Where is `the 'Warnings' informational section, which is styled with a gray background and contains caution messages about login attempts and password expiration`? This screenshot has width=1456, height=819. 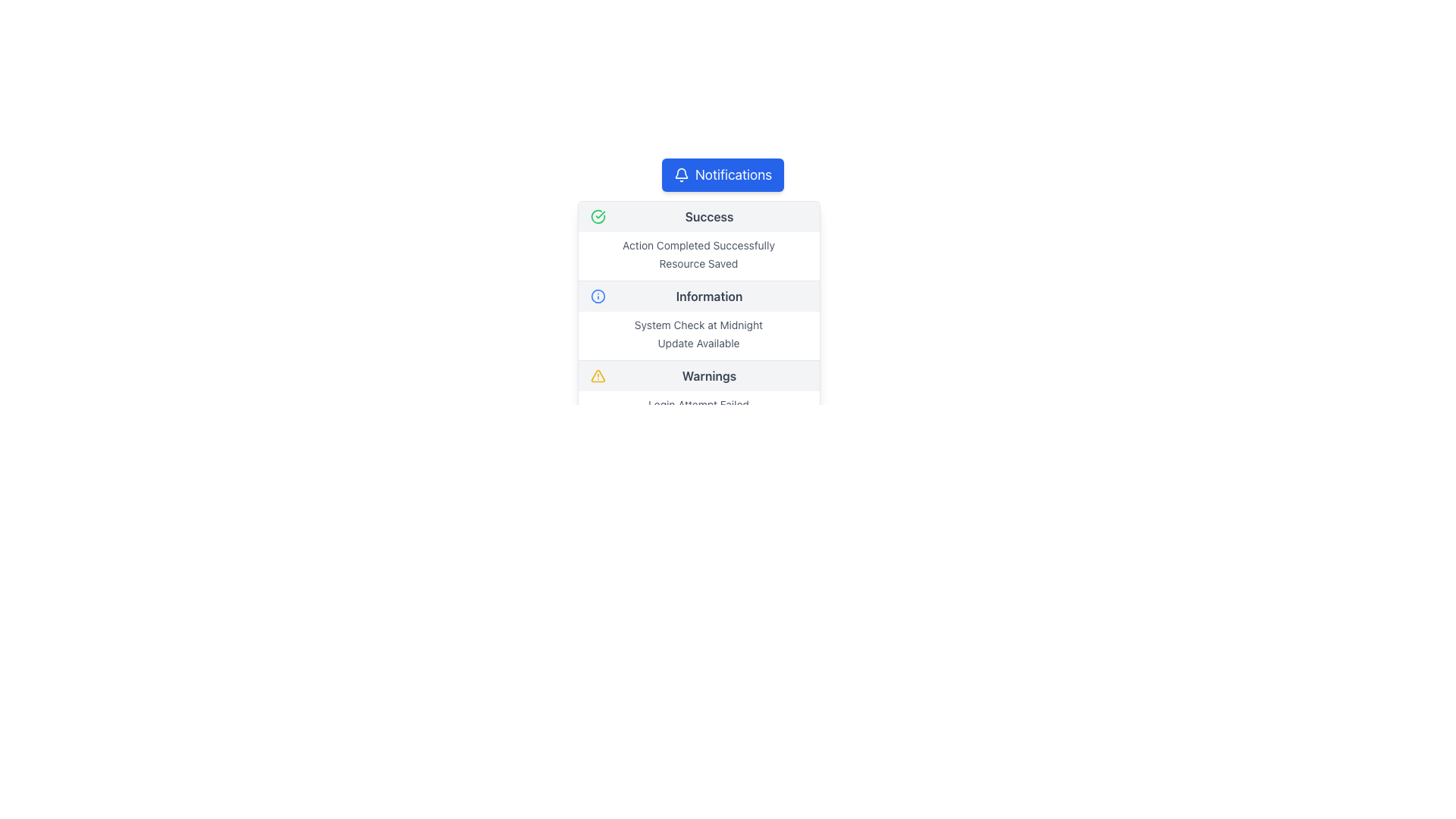
the 'Warnings' informational section, which is styled with a gray background and contains caution messages about login attempts and password expiration is located at coordinates (698, 400).